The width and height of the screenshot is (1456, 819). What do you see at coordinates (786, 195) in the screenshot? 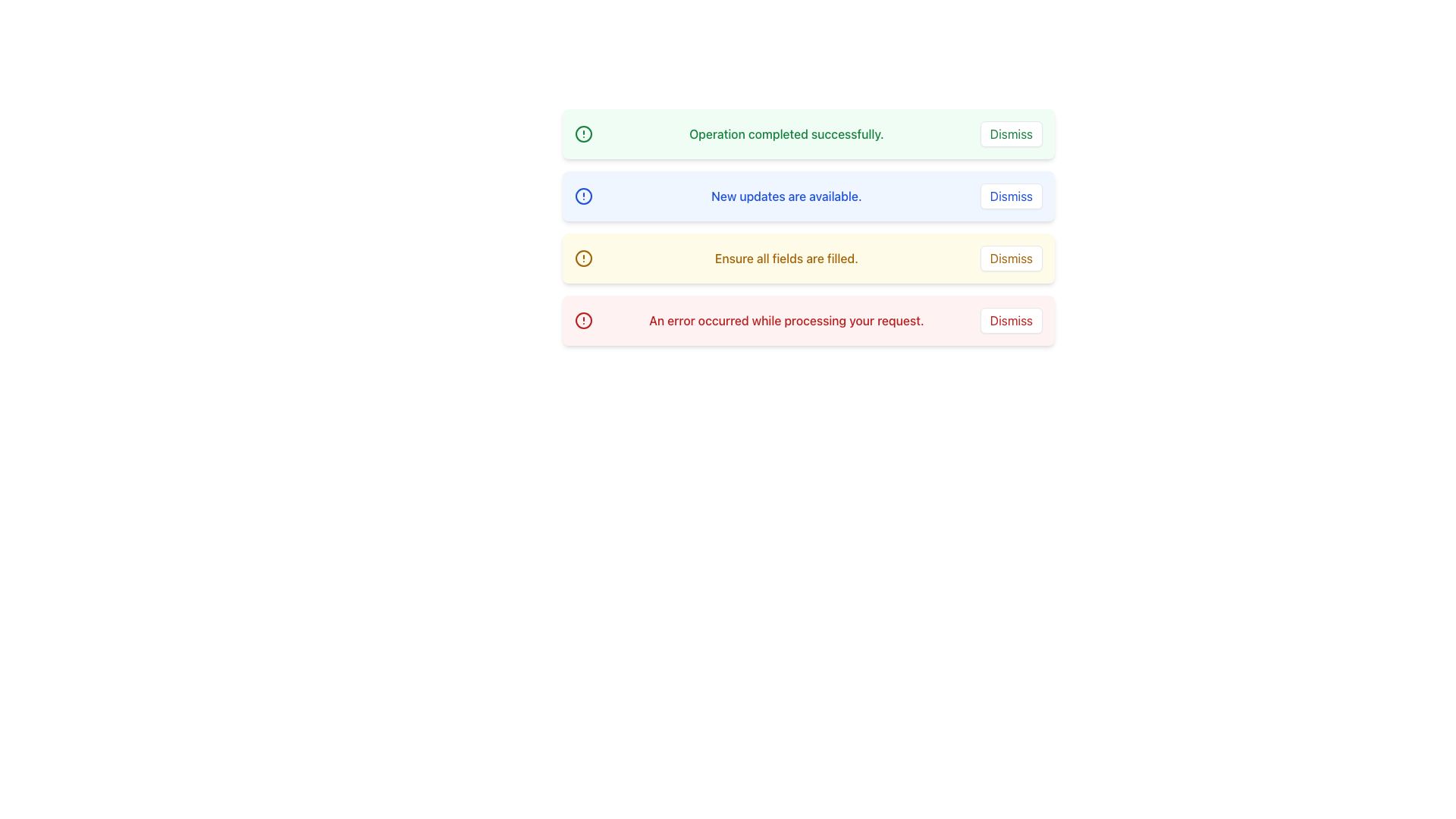
I see `the text label that reads 'New updates are available.' in the second notification bar, which has a blue background and is located next to an alert icon and a dismiss button` at bounding box center [786, 195].